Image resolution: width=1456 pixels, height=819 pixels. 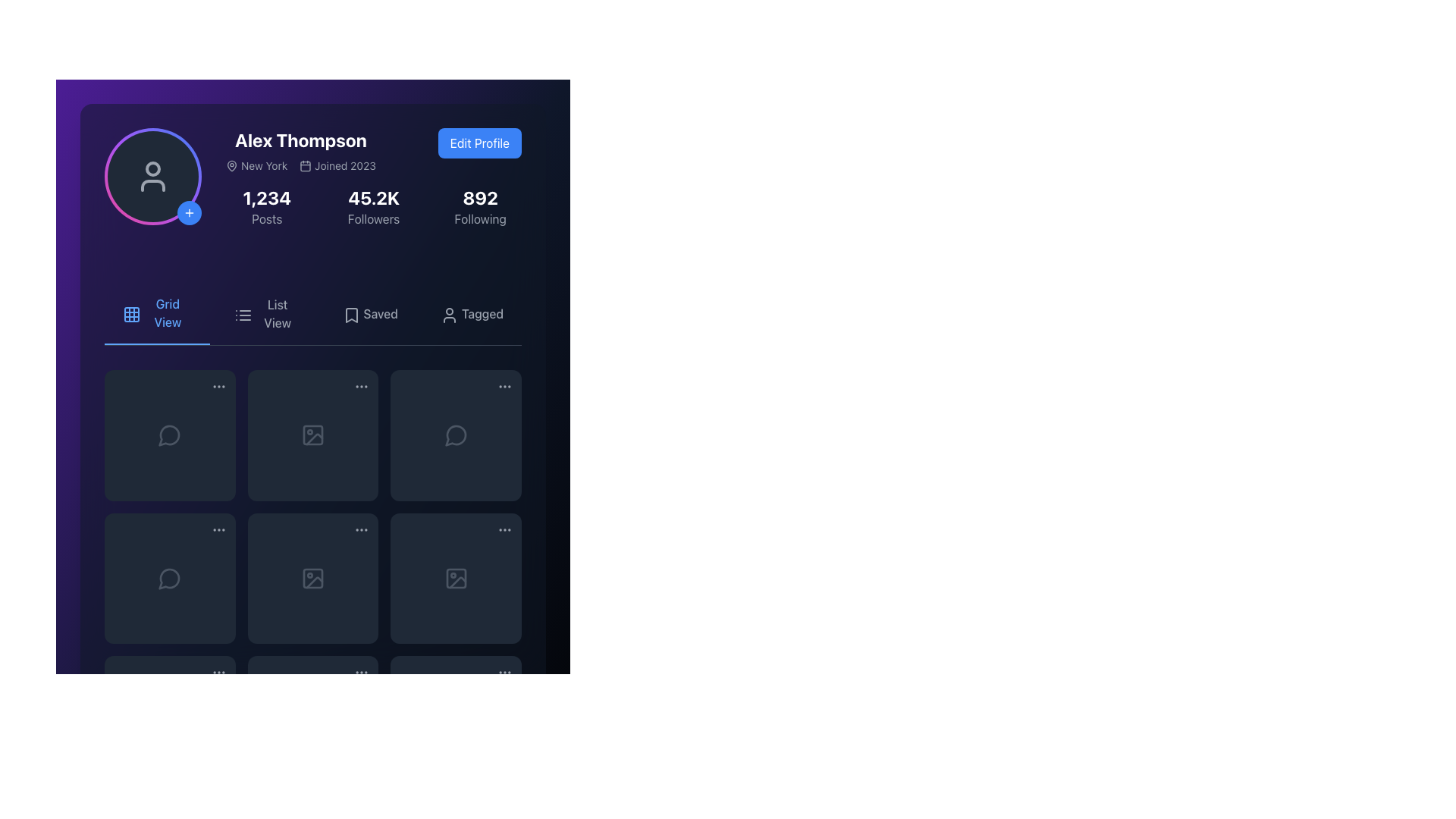 What do you see at coordinates (301, 140) in the screenshot?
I see `the text label displaying 'Alex Thompson'` at bounding box center [301, 140].